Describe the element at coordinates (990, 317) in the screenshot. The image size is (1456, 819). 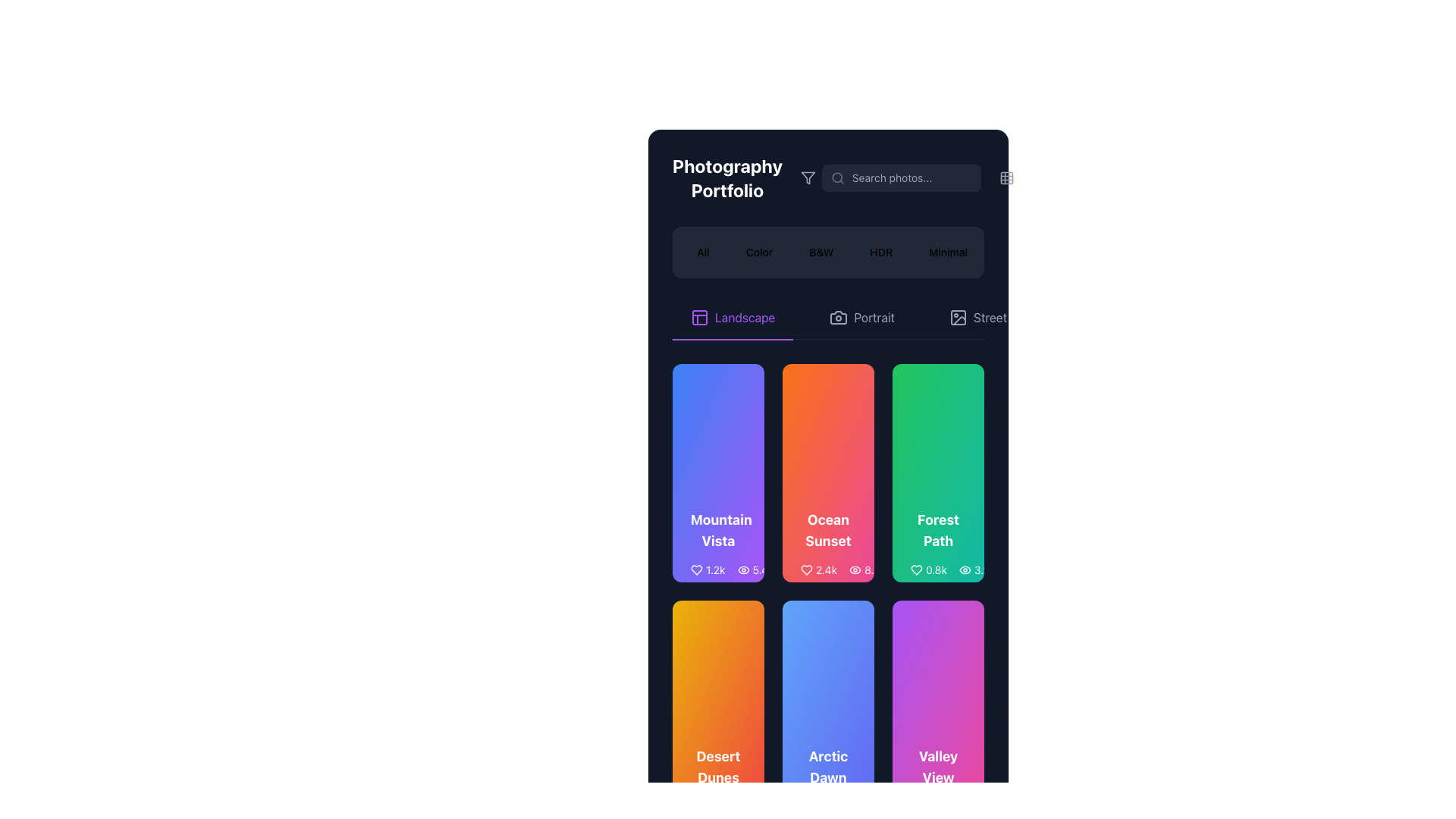
I see `or tab to the fifth button or label component in the horizontal navigation bar that allows users to filter or navigate to 'Street'` at that location.